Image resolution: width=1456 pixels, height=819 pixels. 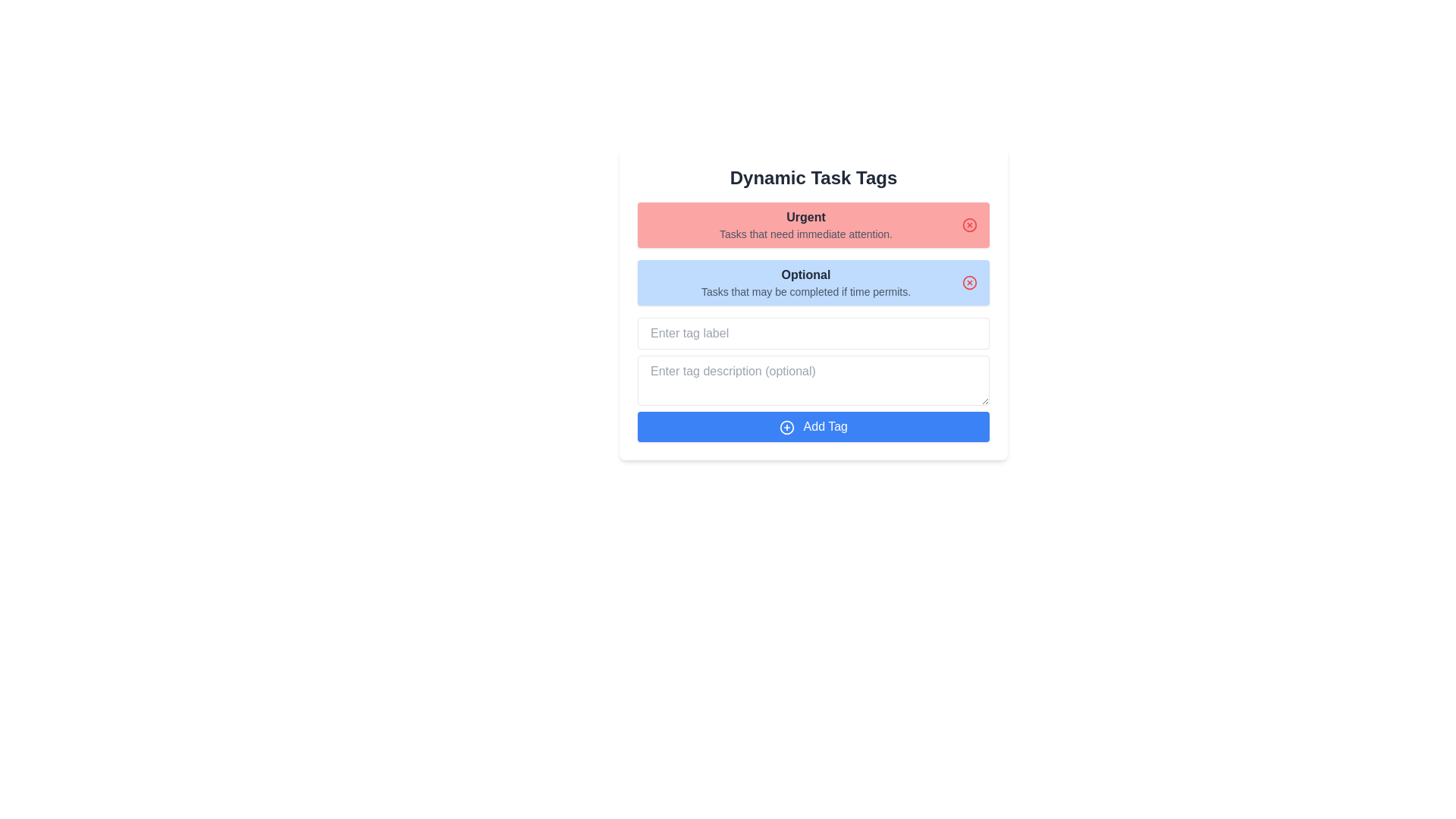 I want to click on the dismiss button located at the right end of the red bar labeled 'Urgent Tasks that need immediate attention', so click(x=968, y=225).